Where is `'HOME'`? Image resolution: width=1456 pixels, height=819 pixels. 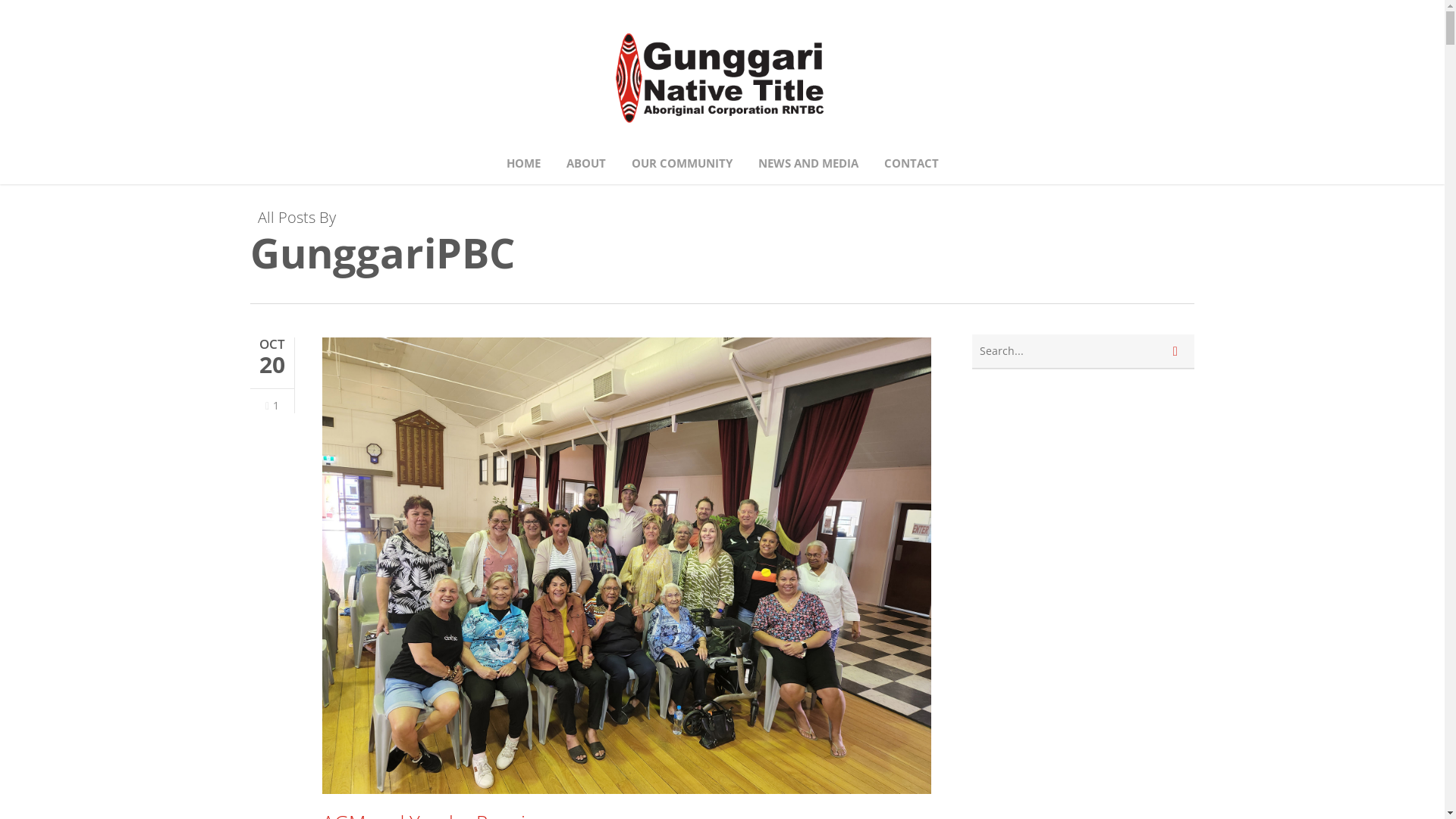 'HOME' is located at coordinates (523, 163).